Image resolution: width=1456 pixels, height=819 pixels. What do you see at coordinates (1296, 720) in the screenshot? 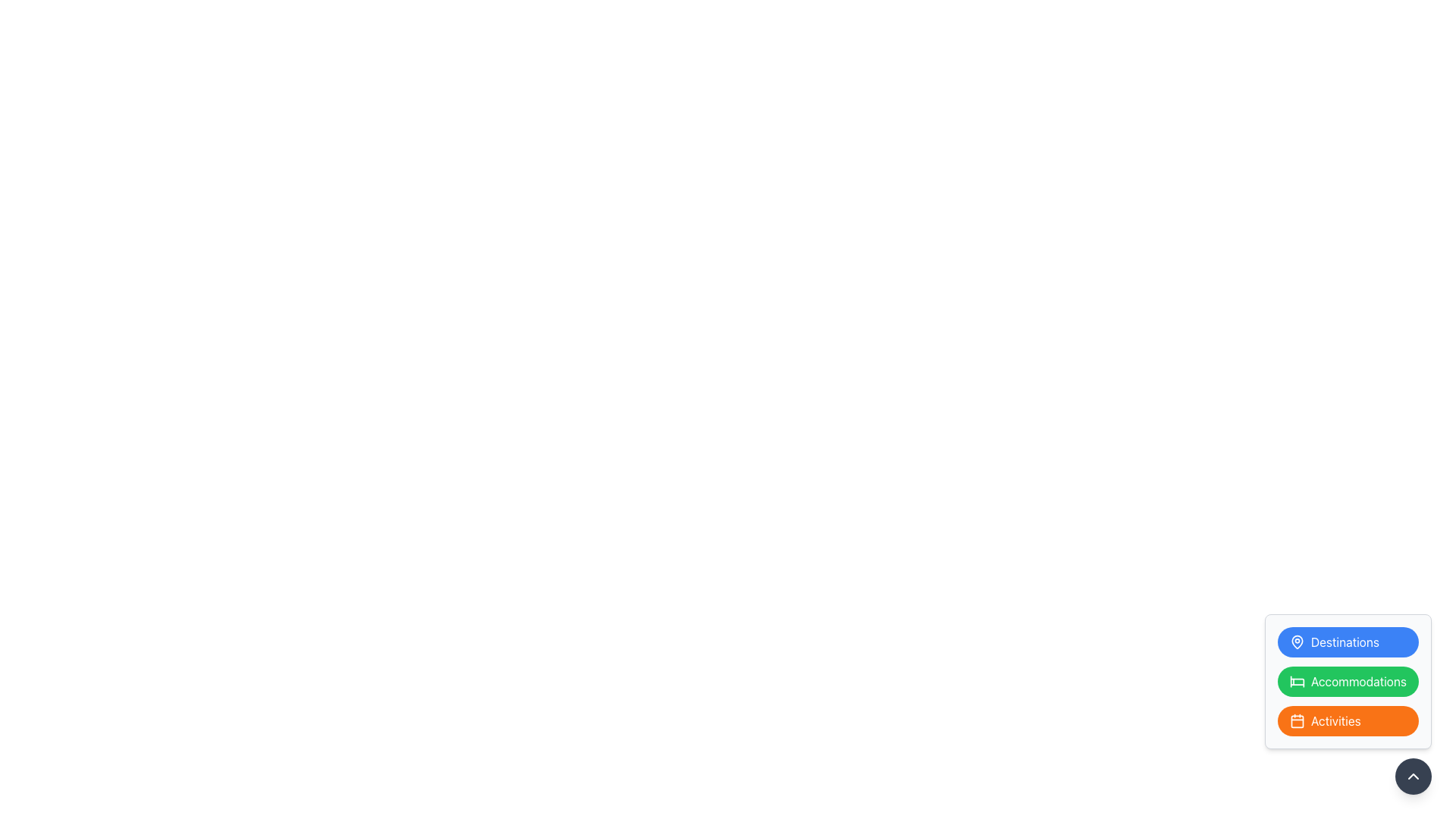
I see `the calendar icon, which is styled as part of the 'Activities' button, located at the bottom-right corner of the interface` at bounding box center [1296, 720].